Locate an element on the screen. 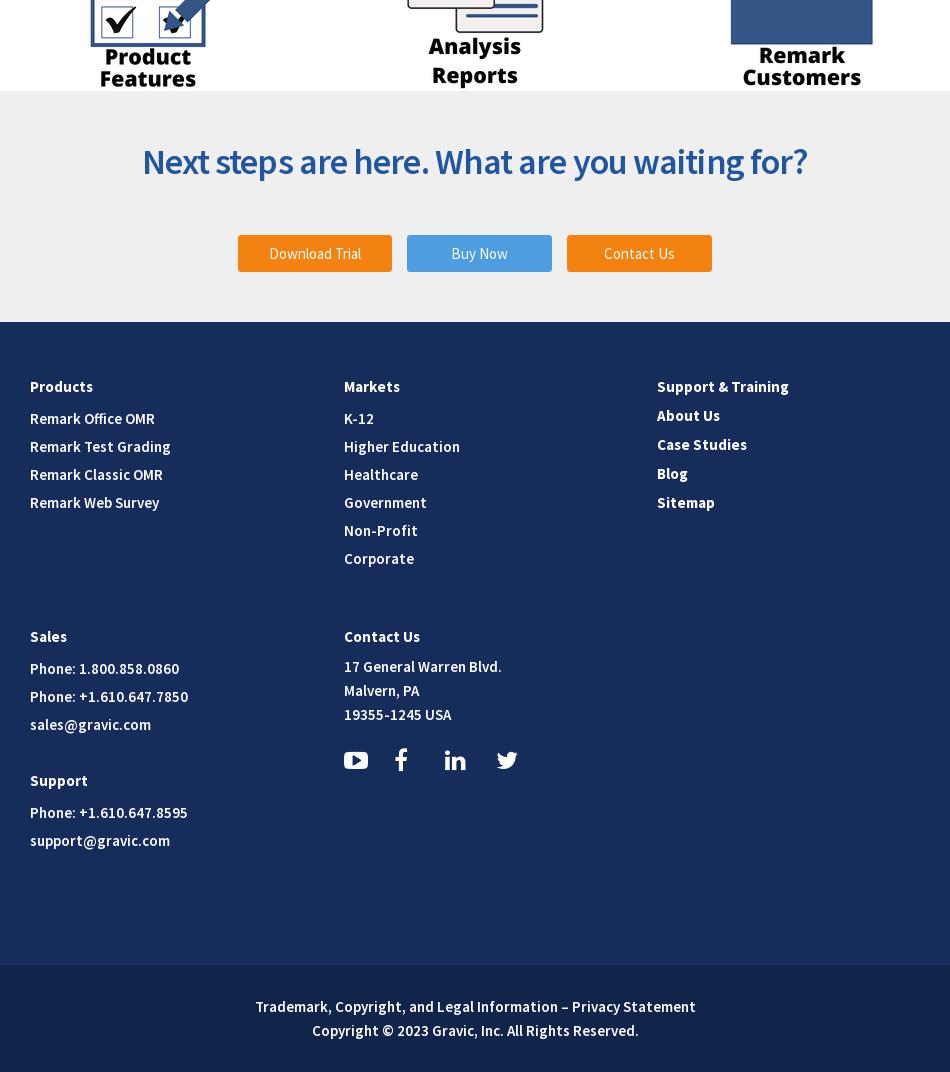 This screenshot has height=1072, width=950. 'Phone: 1.800.858.0860' is located at coordinates (104, 667).